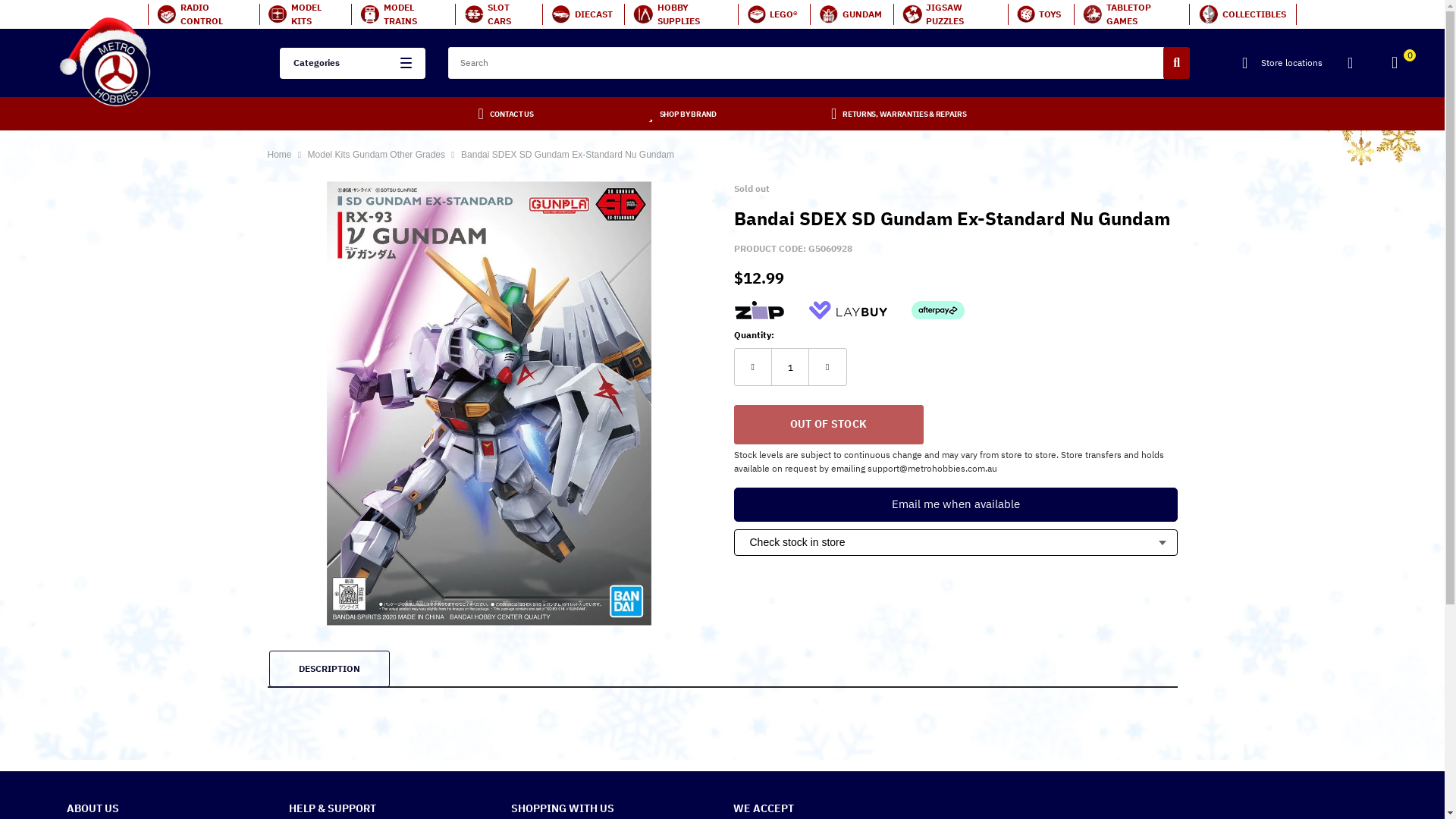 The image size is (1456, 819). I want to click on 'Out Of Stock', so click(828, 424).